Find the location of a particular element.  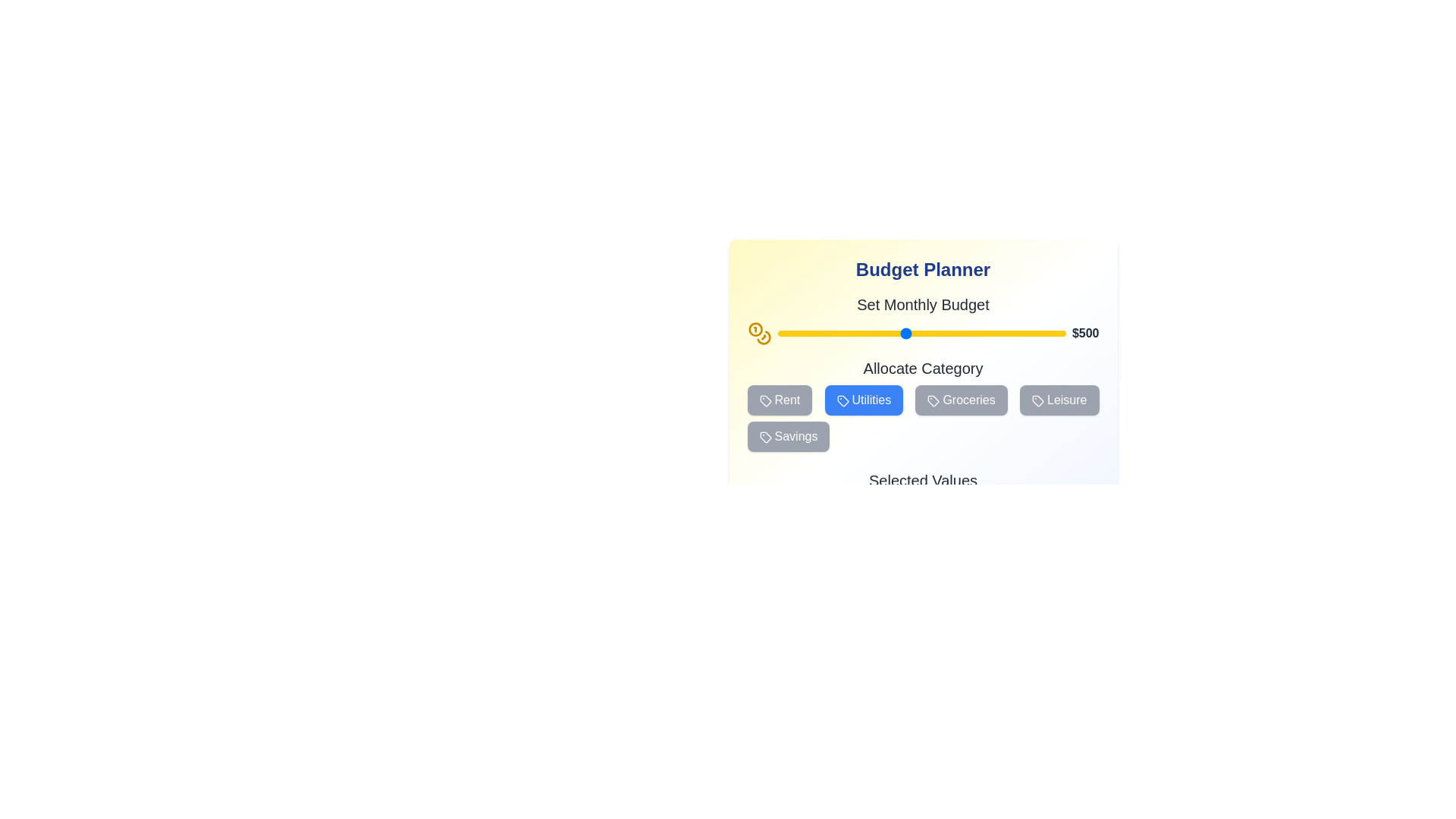

the budget slider is located at coordinates (1003, 332).